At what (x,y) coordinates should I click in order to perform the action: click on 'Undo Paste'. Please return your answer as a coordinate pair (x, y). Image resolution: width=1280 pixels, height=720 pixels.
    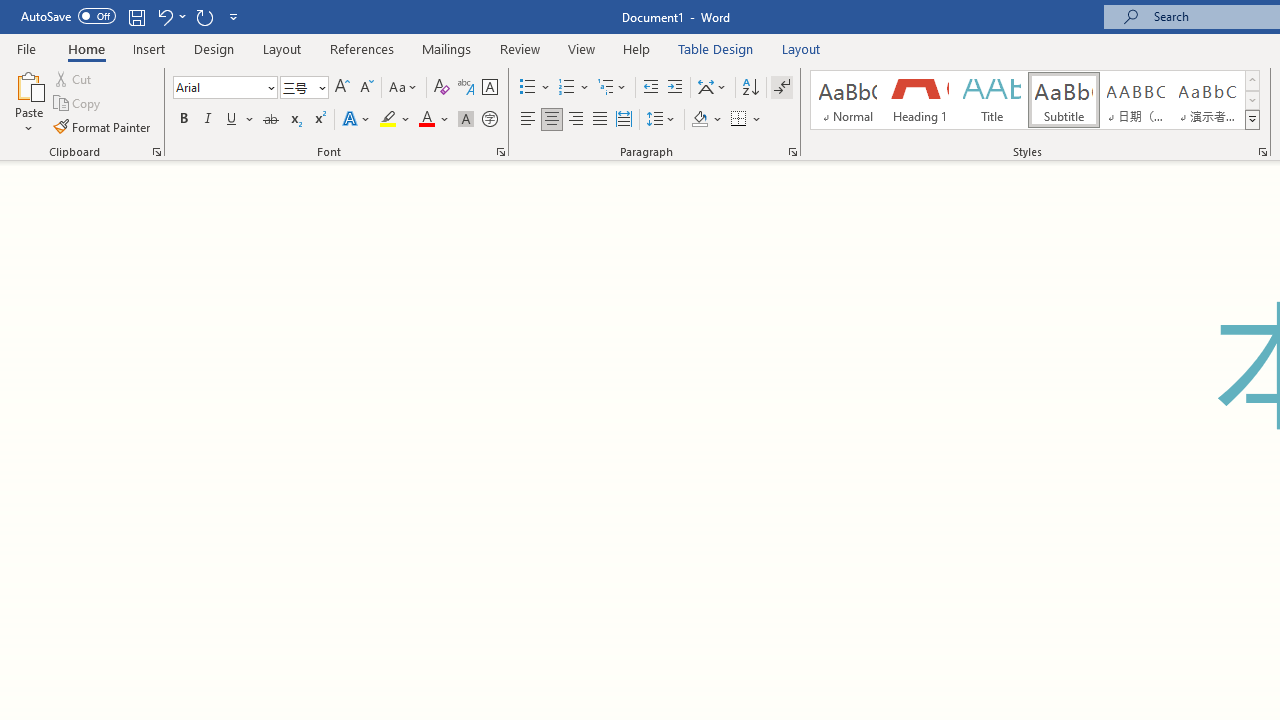
    Looking at the image, I should click on (164, 16).